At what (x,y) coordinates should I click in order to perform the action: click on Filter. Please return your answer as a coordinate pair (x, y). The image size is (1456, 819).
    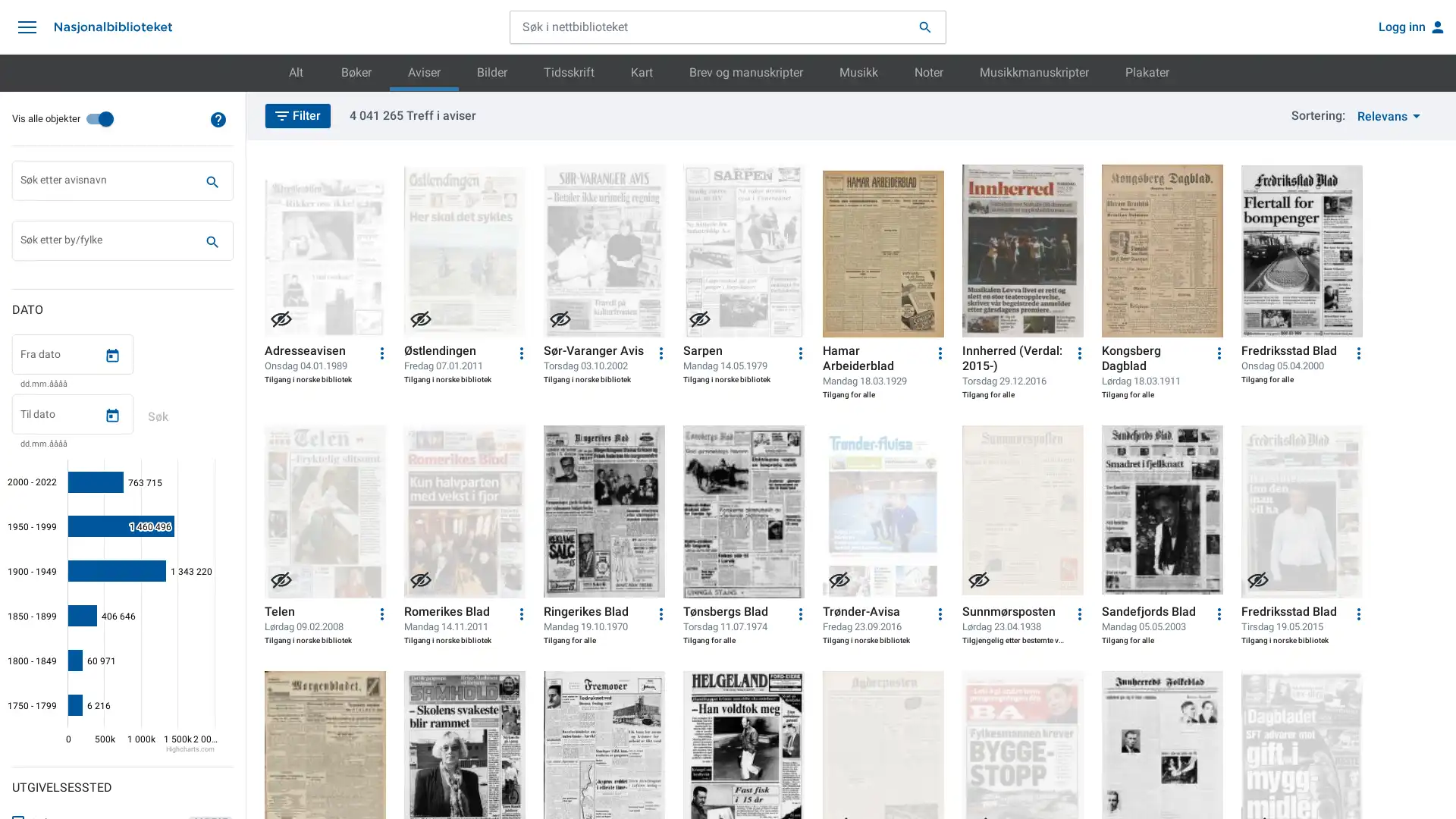
    Looking at the image, I should click on (298, 114).